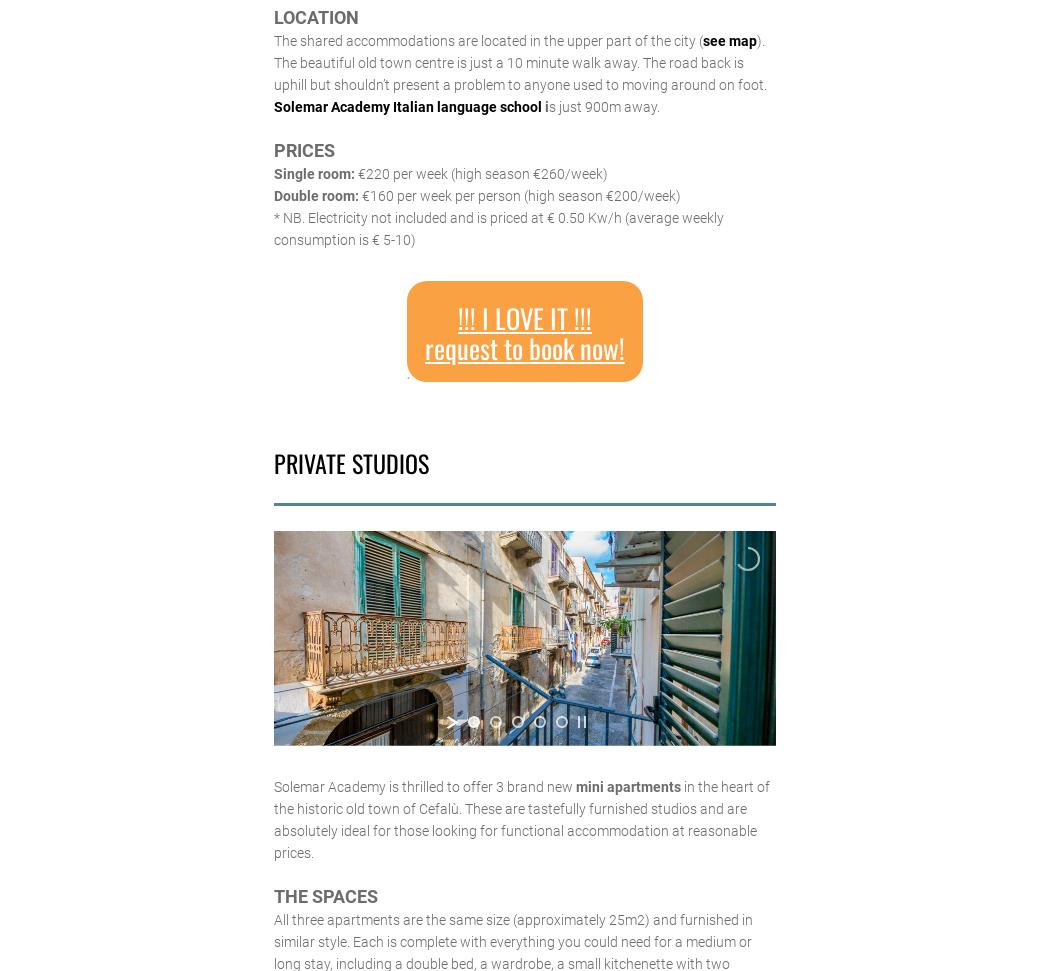  What do you see at coordinates (357, 193) in the screenshot?
I see `'€160 per week per person (high season €200/week)'` at bounding box center [357, 193].